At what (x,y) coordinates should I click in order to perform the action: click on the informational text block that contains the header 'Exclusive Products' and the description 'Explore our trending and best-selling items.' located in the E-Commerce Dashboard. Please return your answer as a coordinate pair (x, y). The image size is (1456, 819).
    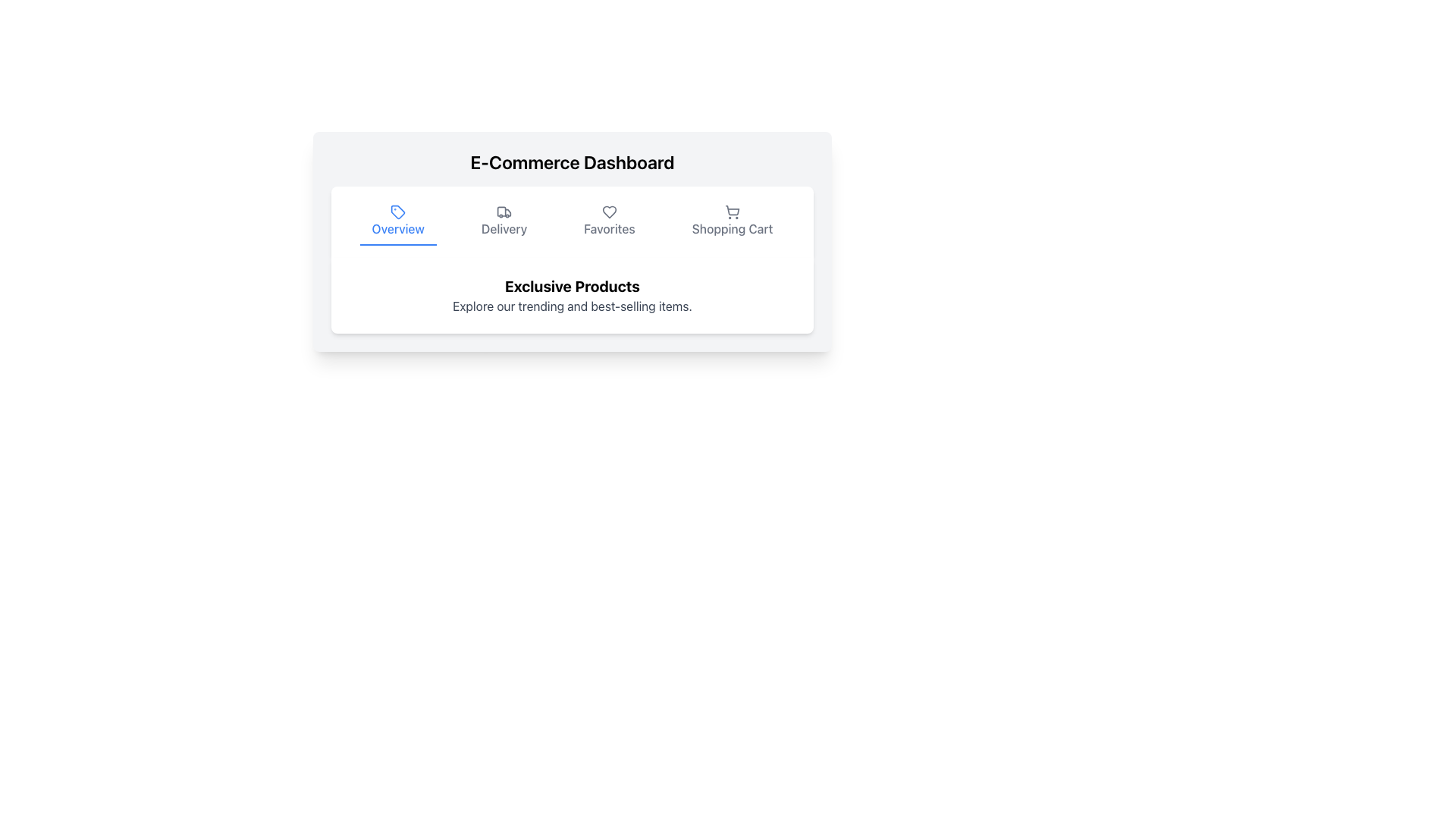
    Looking at the image, I should click on (571, 295).